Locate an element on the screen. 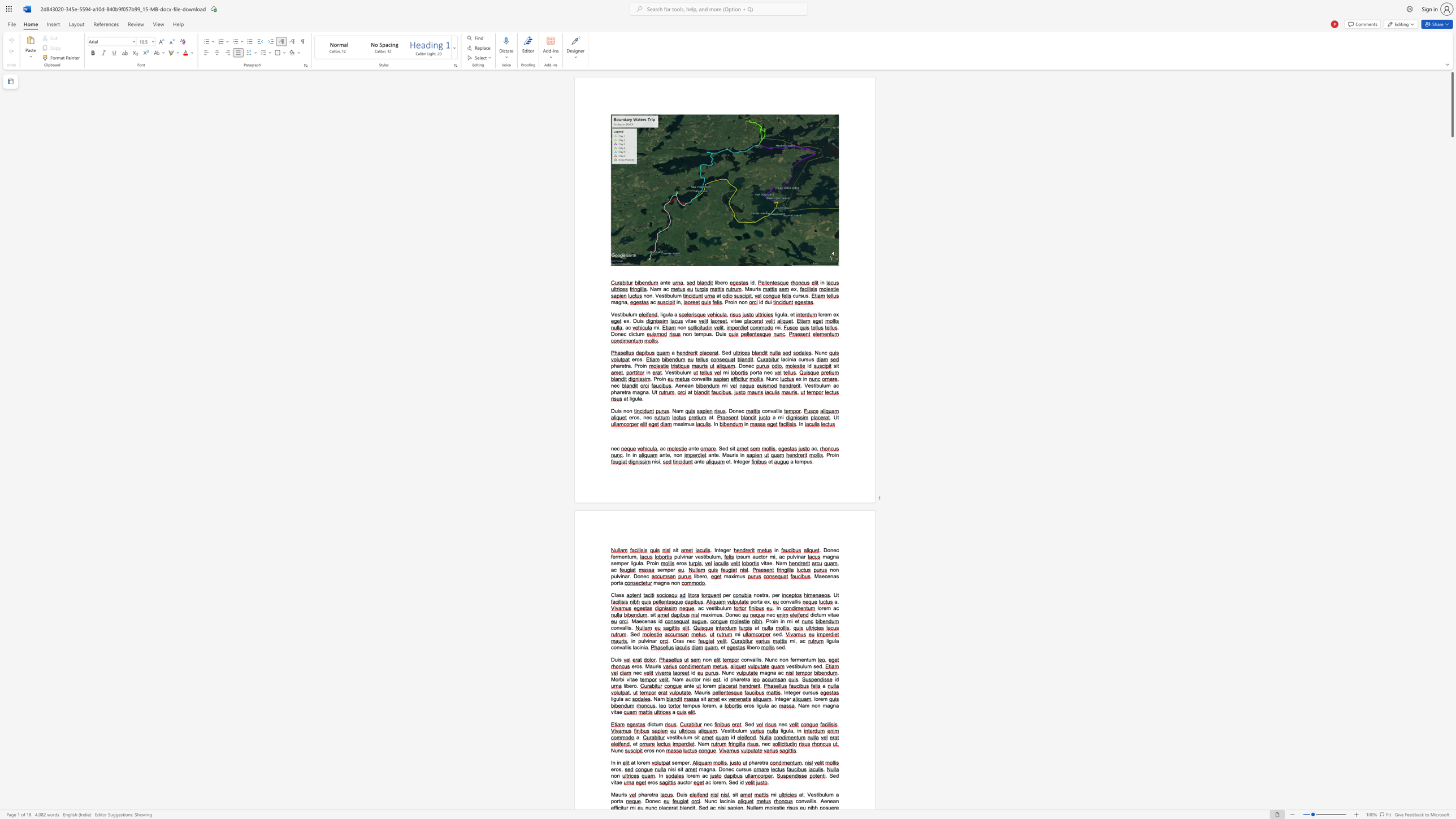 This screenshot has height=819, width=1456. the 1th character "V" in the text is located at coordinates (613, 314).